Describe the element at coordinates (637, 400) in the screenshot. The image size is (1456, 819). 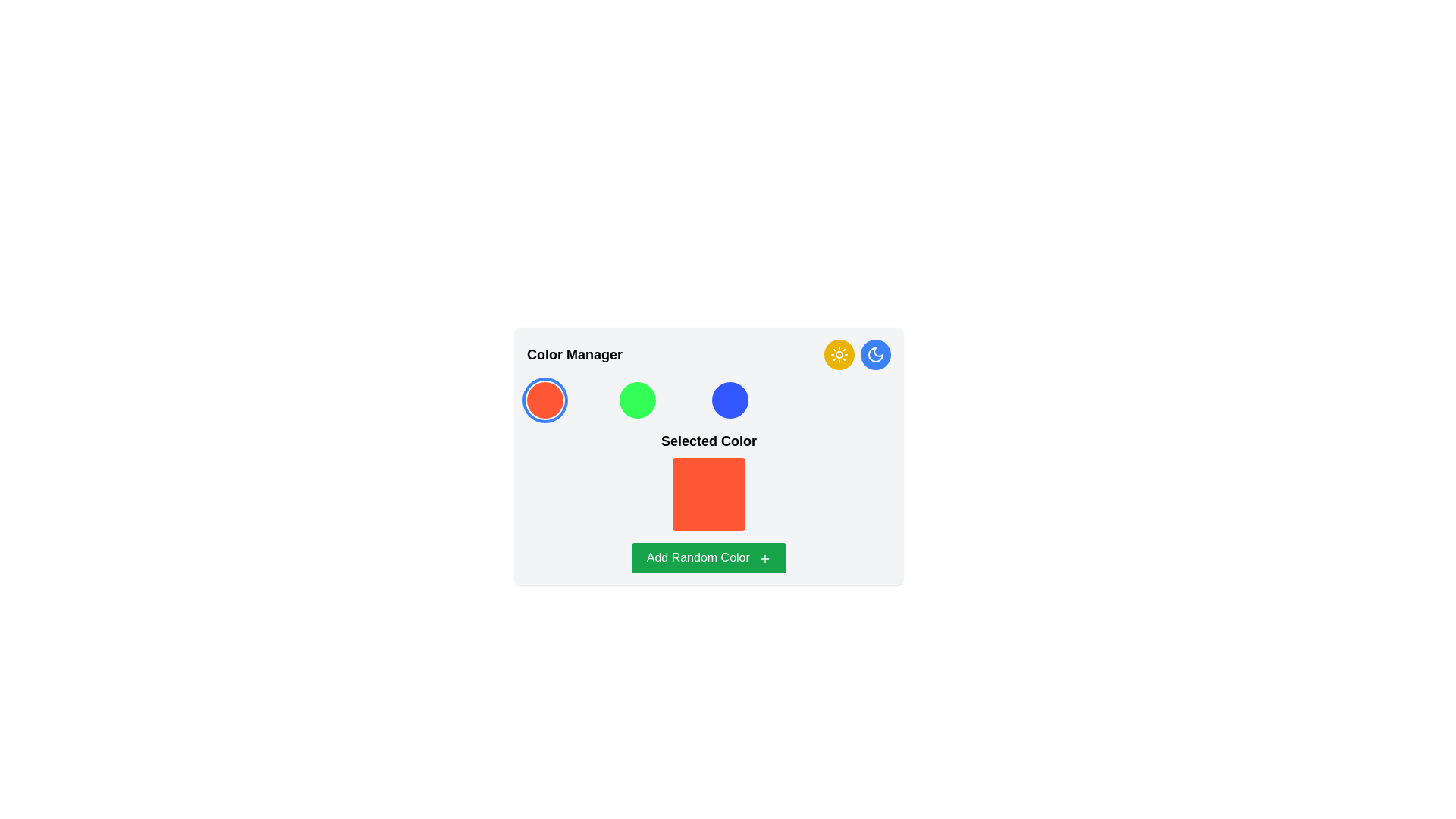
I see `the circular green color selector button in the color manager UI` at that location.